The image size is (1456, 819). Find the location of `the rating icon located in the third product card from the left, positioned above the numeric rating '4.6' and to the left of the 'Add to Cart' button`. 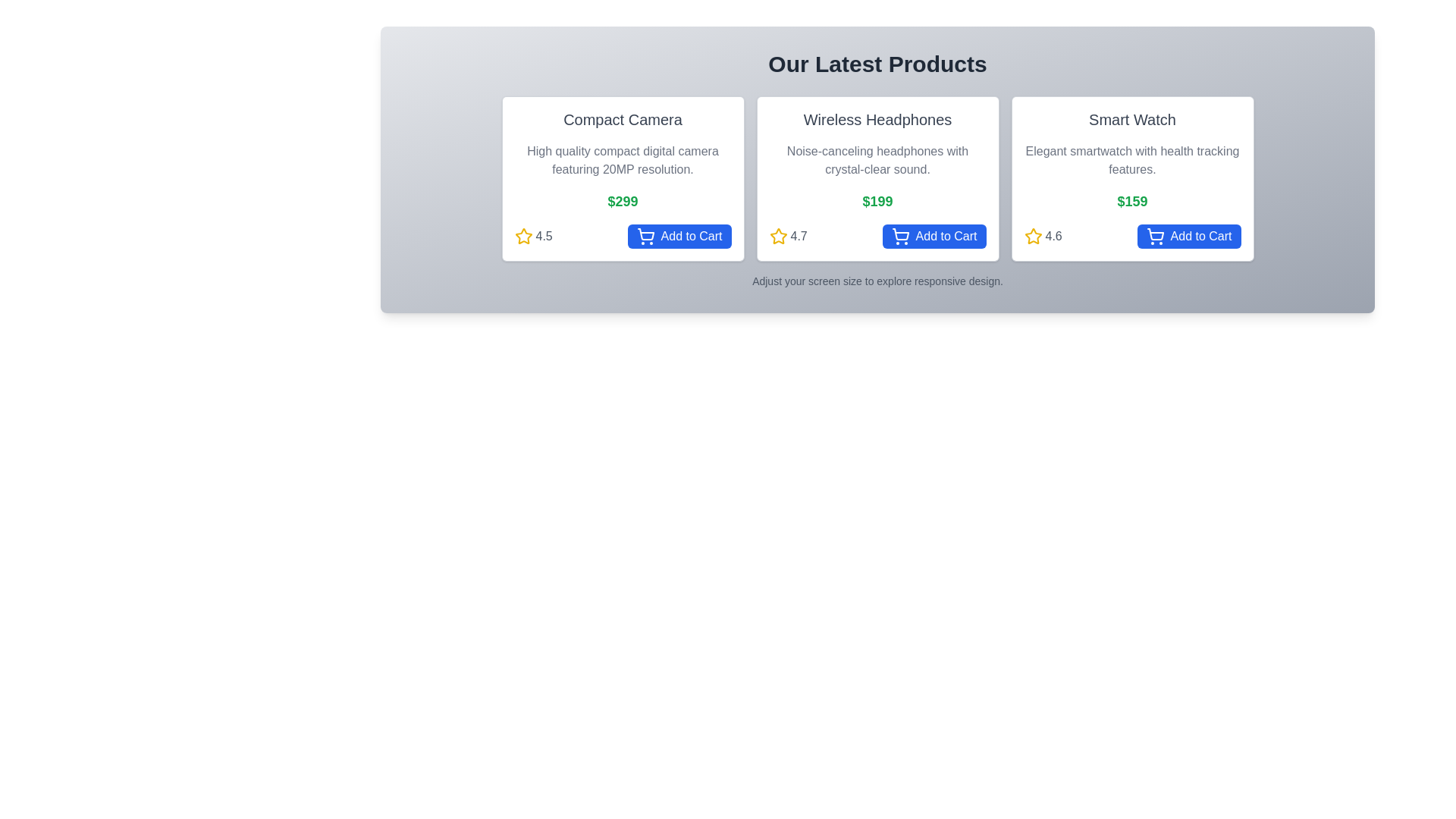

the rating icon located in the third product card from the left, positioned above the numeric rating '4.6' and to the left of the 'Add to Cart' button is located at coordinates (1032, 236).